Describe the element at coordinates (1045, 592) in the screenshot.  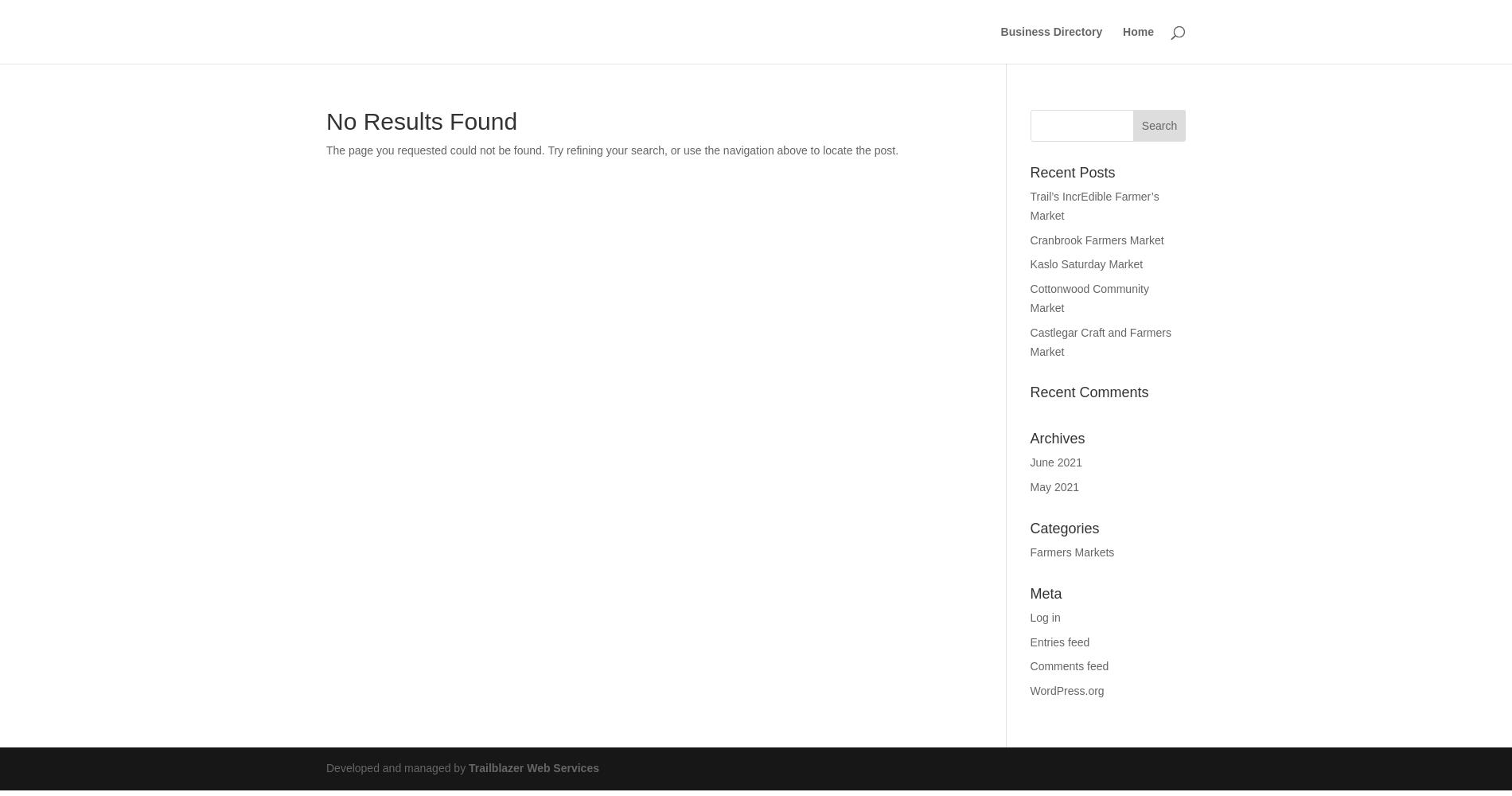
I see `'Meta'` at that location.